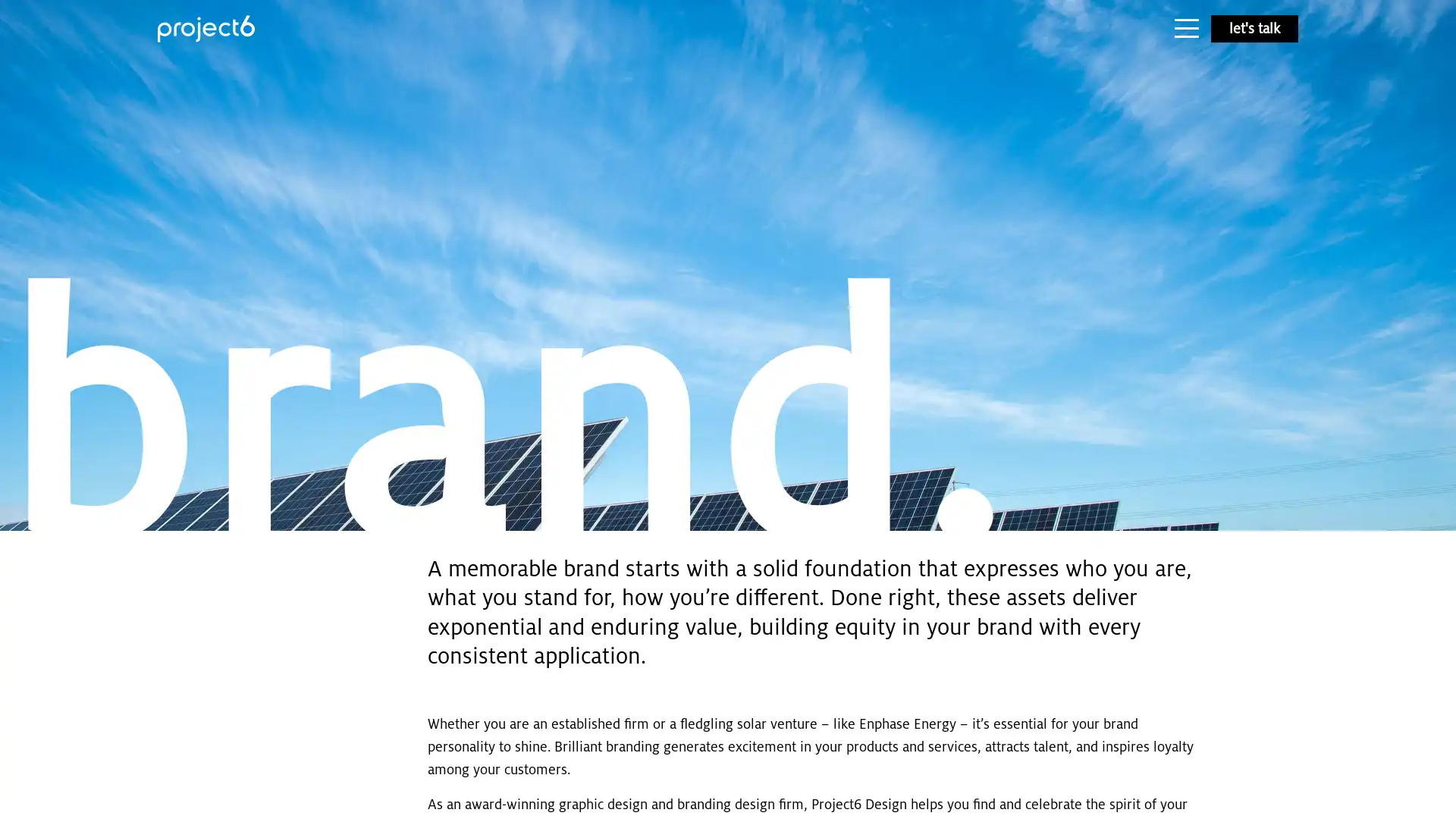 The width and height of the screenshot is (1456, 819). Describe the element at coordinates (1254, 29) in the screenshot. I see `let's talk` at that location.